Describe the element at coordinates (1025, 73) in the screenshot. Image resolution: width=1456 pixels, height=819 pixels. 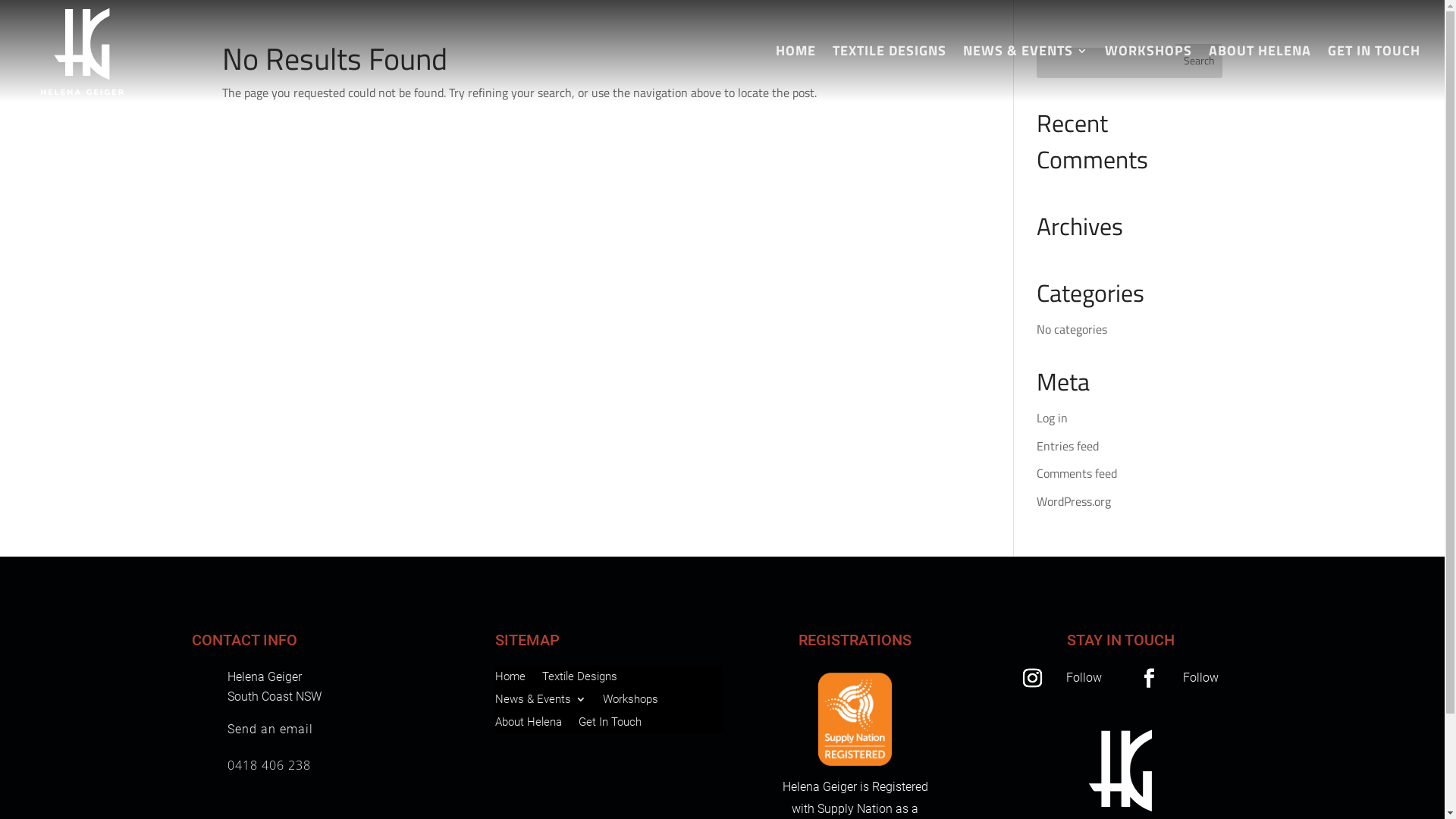
I see `'NEWS & EVENTS'` at that location.